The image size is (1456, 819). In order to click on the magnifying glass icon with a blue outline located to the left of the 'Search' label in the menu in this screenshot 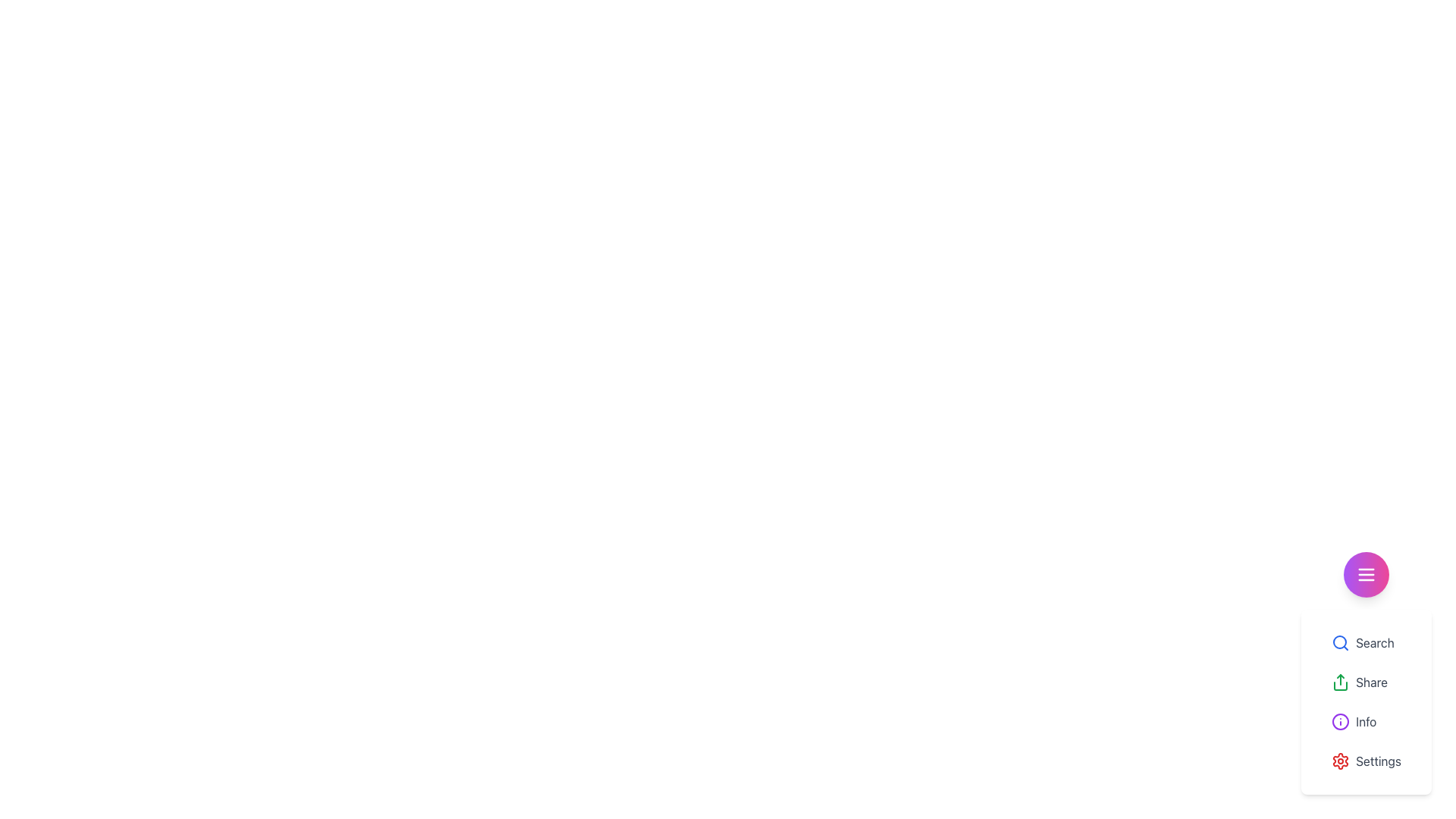, I will do `click(1341, 643)`.